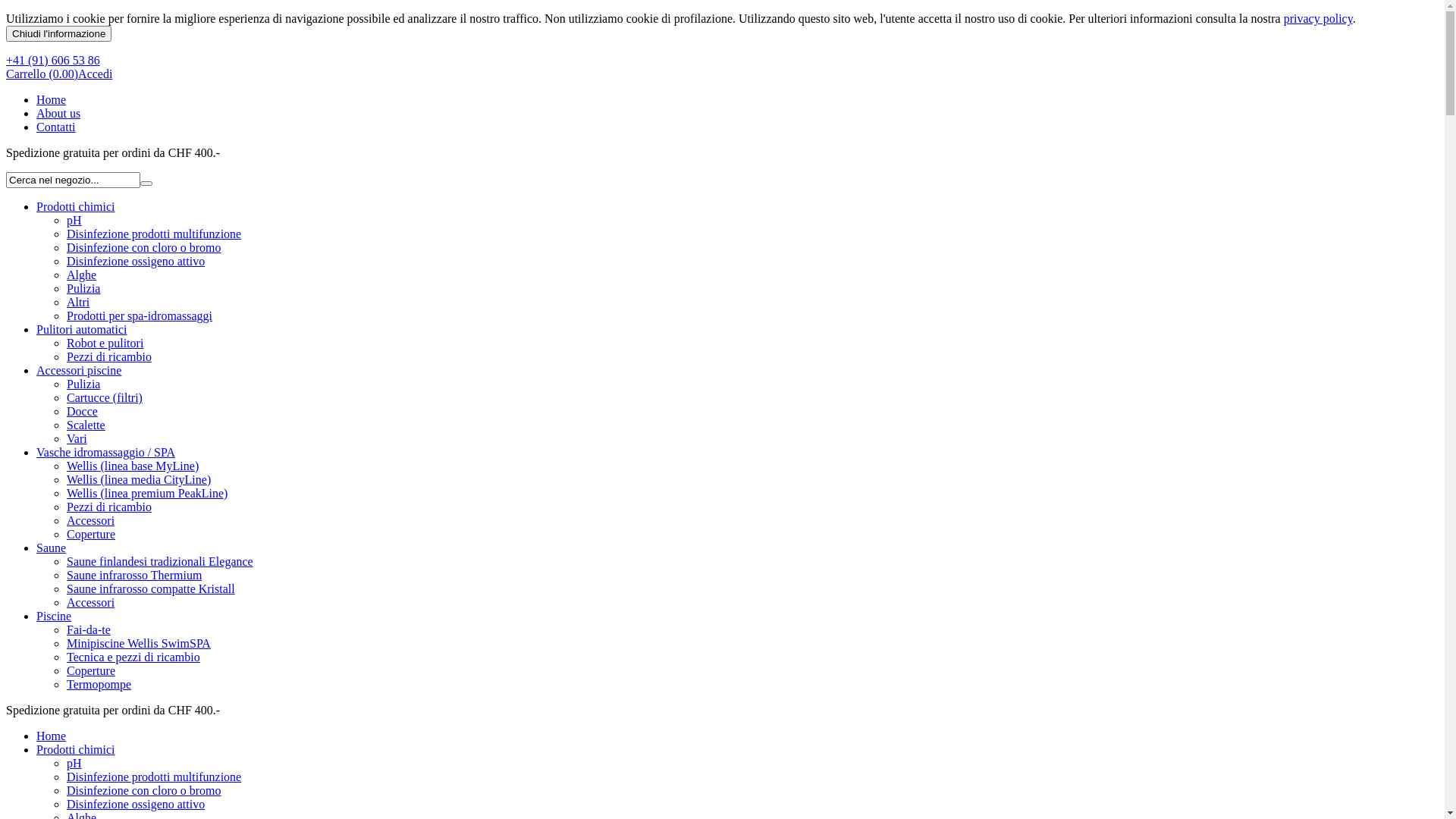 The image size is (1456, 819). What do you see at coordinates (98, 684) in the screenshot?
I see `'Termopompe'` at bounding box center [98, 684].